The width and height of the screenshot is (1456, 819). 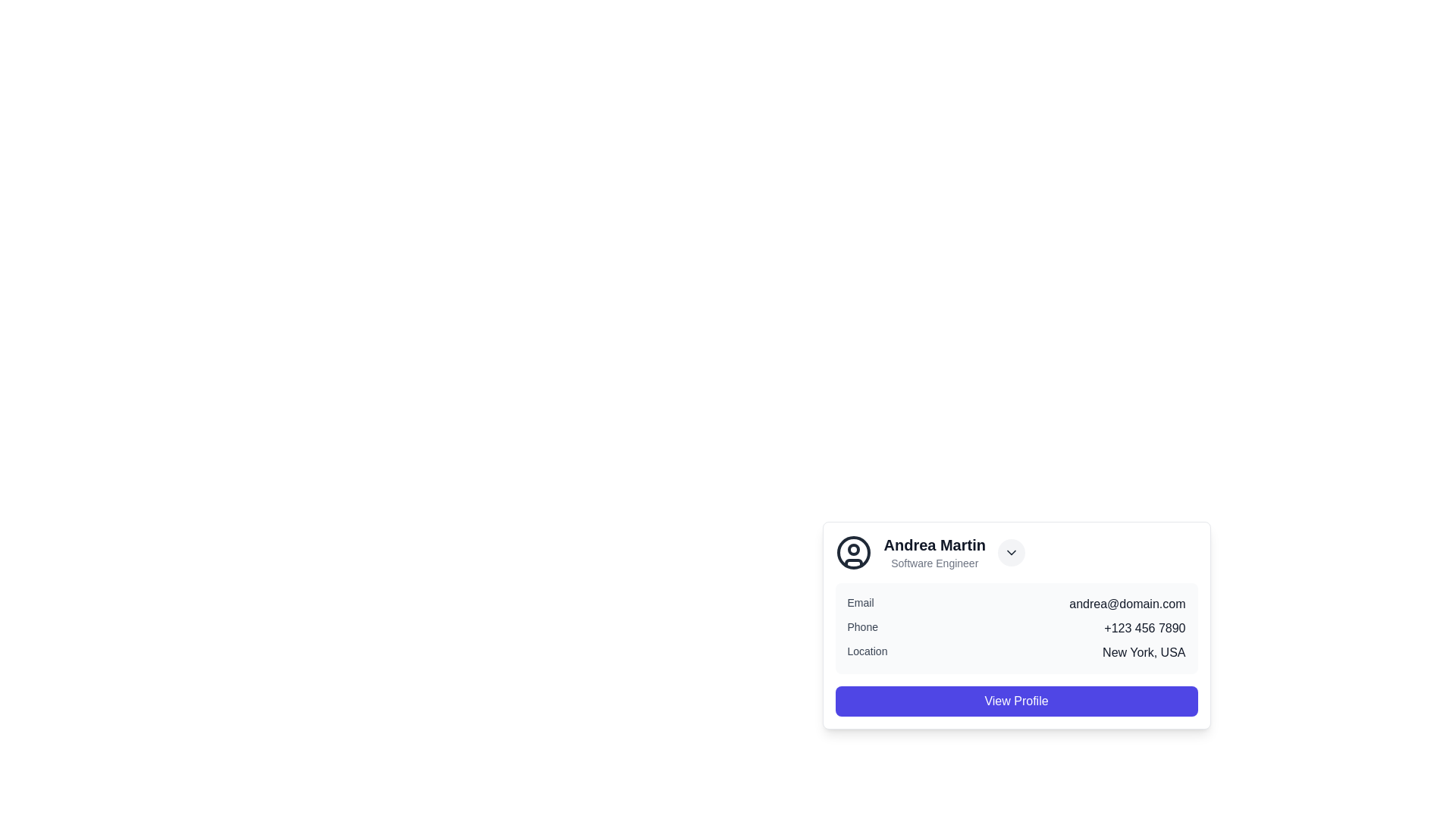 I want to click on the button located to the right of 'Andrea Martin' and 'Software Engineer', so click(x=1012, y=553).